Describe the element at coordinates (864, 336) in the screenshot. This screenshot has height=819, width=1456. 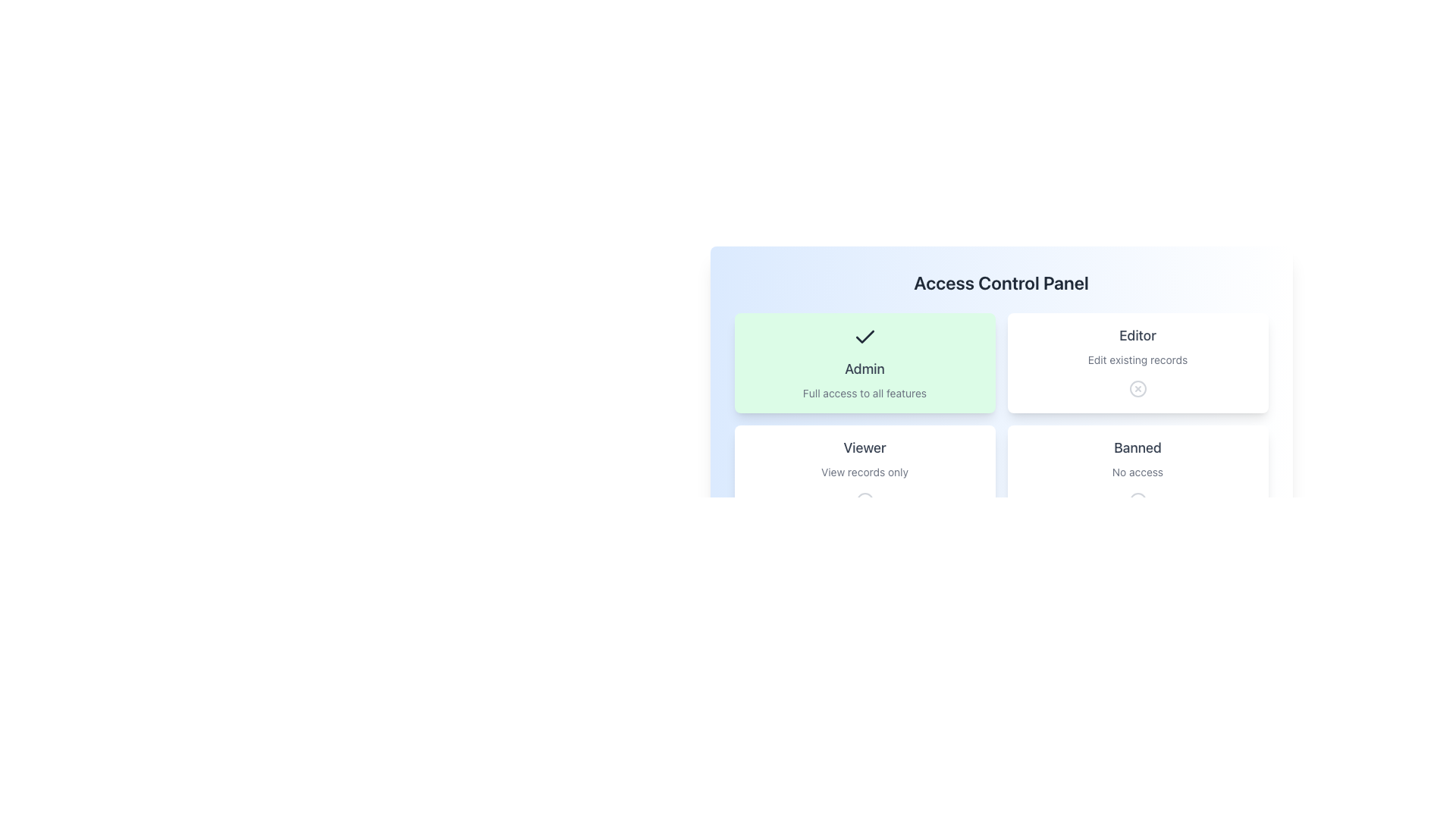
I see `the checkmark icon located at the top-center of the green block labeled 'Admin' in the 'Access Control Panel', which indicates selection for 'Admin' access level` at that location.